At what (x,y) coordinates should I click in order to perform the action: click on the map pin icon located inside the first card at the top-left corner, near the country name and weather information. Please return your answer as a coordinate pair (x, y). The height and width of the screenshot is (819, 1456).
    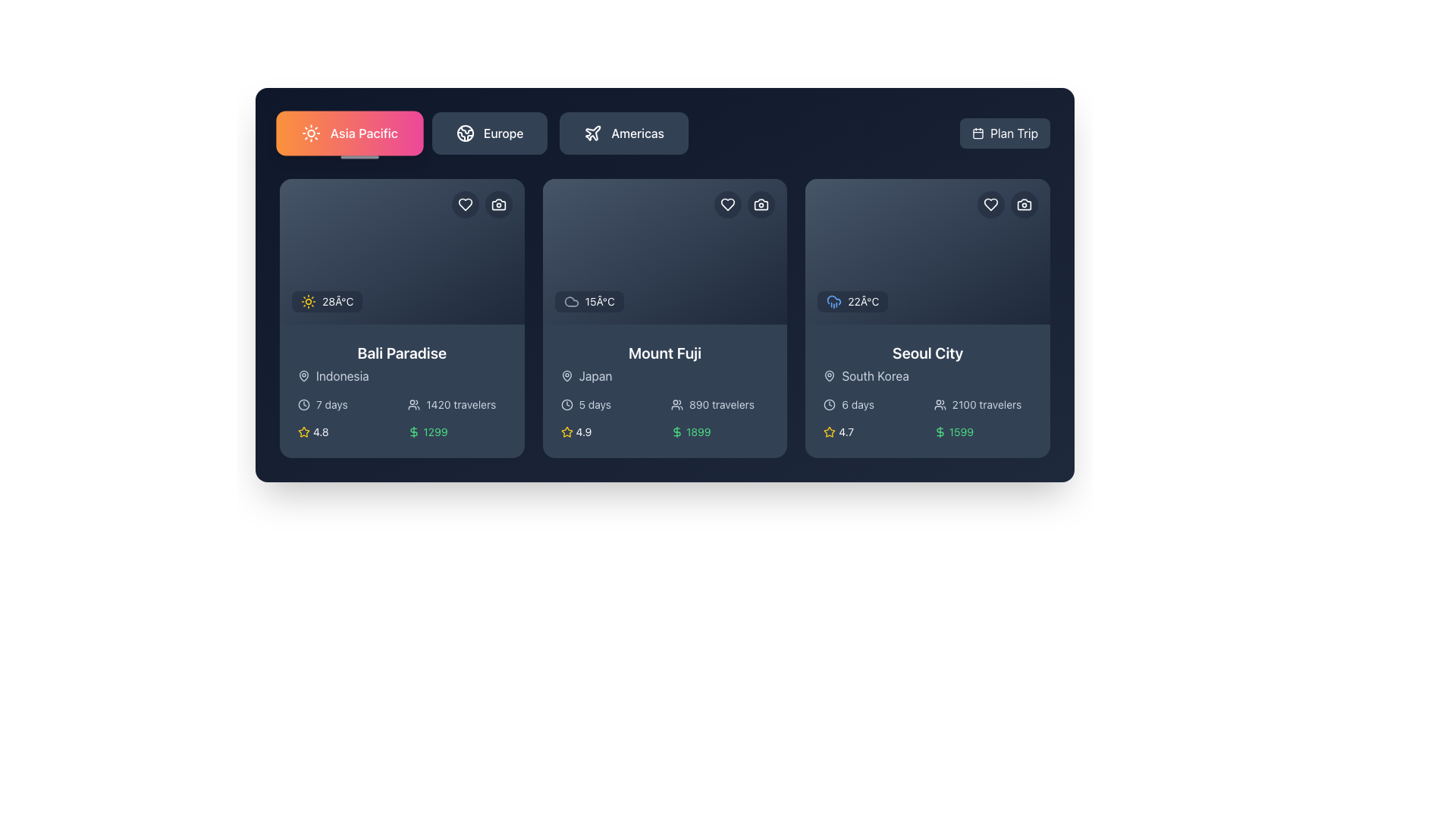
    Looking at the image, I should click on (303, 375).